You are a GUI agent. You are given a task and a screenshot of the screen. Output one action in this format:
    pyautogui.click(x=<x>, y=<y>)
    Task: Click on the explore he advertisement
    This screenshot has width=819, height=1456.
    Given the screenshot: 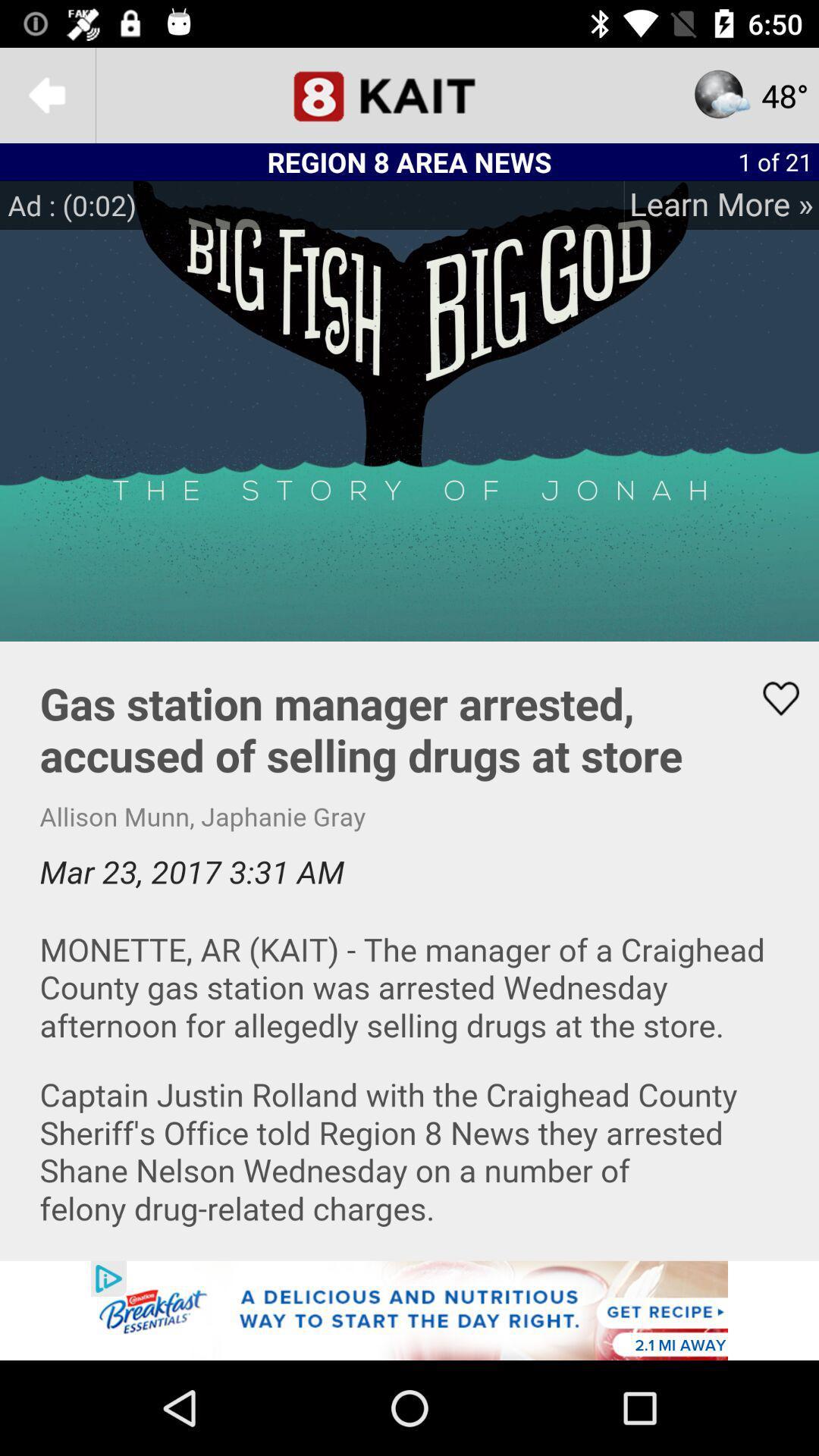 What is the action you would take?
    pyautogui.click(x=409, y=1310)
    